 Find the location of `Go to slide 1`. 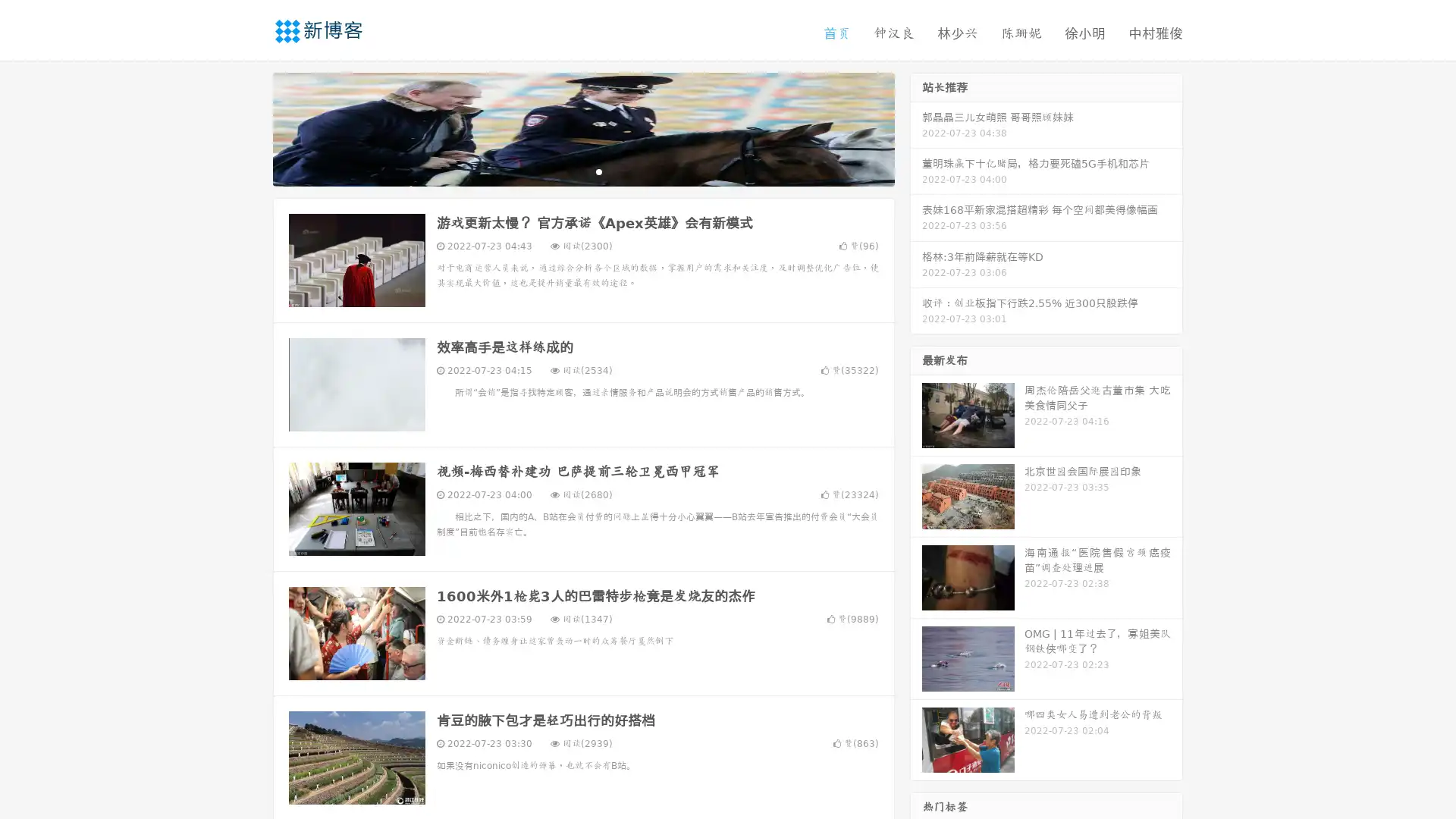

Go to slide 1 is located at coordinates (567, 171).